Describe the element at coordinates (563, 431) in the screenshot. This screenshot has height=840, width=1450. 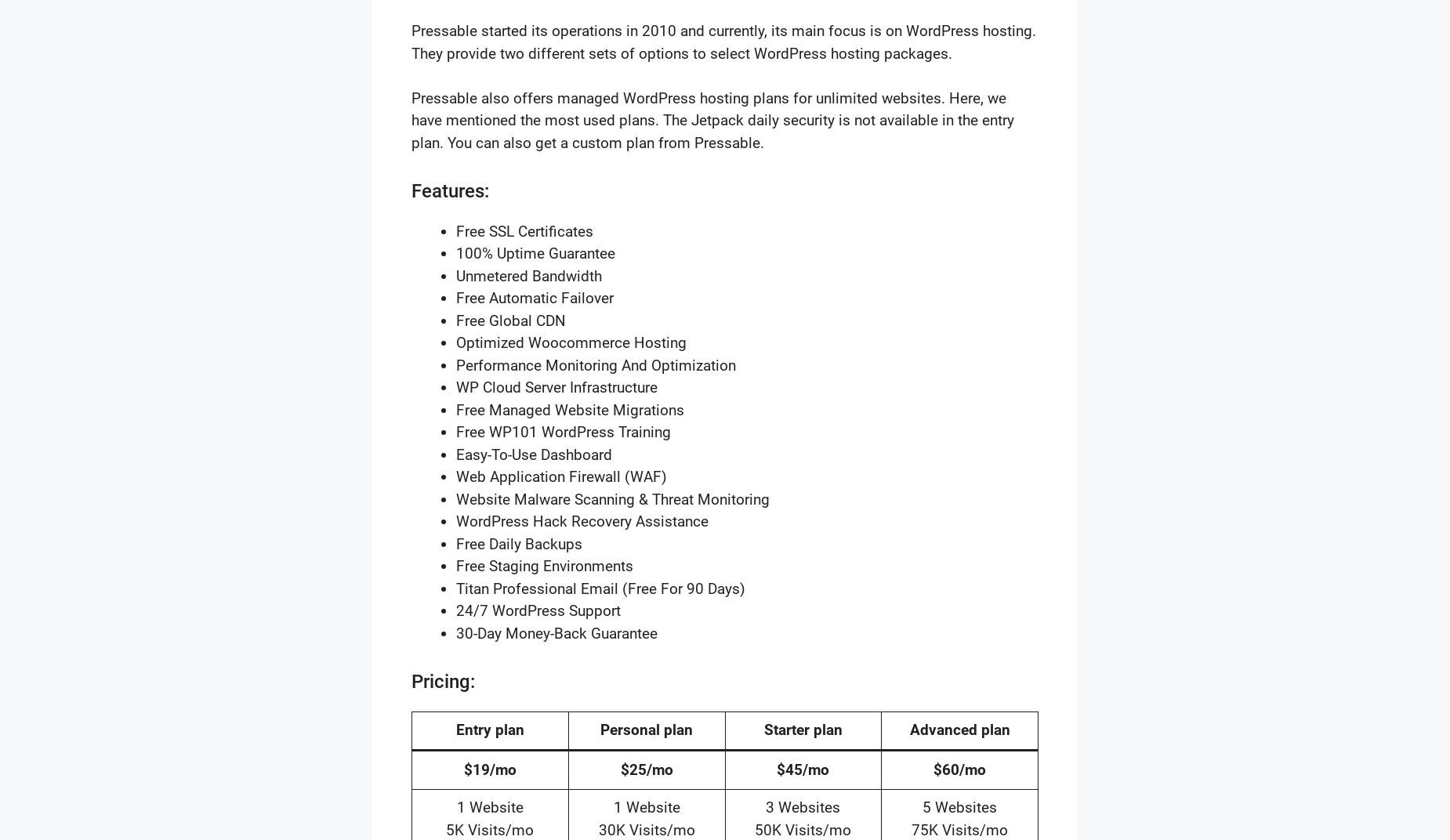
I see `'Free WP101 WordPress Training'` at that location.